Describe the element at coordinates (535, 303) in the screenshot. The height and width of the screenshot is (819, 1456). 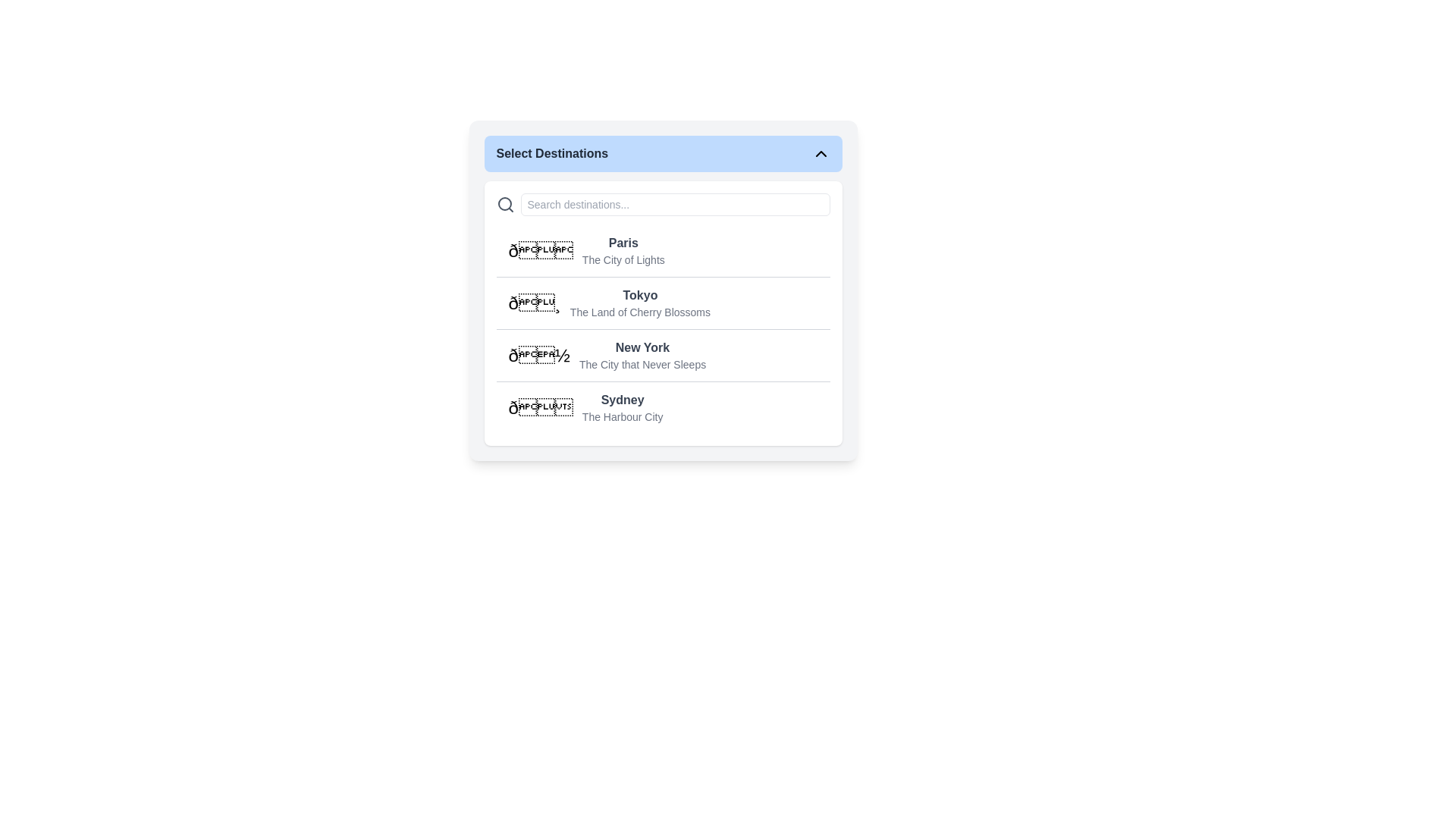
I see `the large emoji symbol styled with 'text-2xl' class, located in the second option labeled 'Tokyo - The Land of Cherry Blossoms.'` at that location.